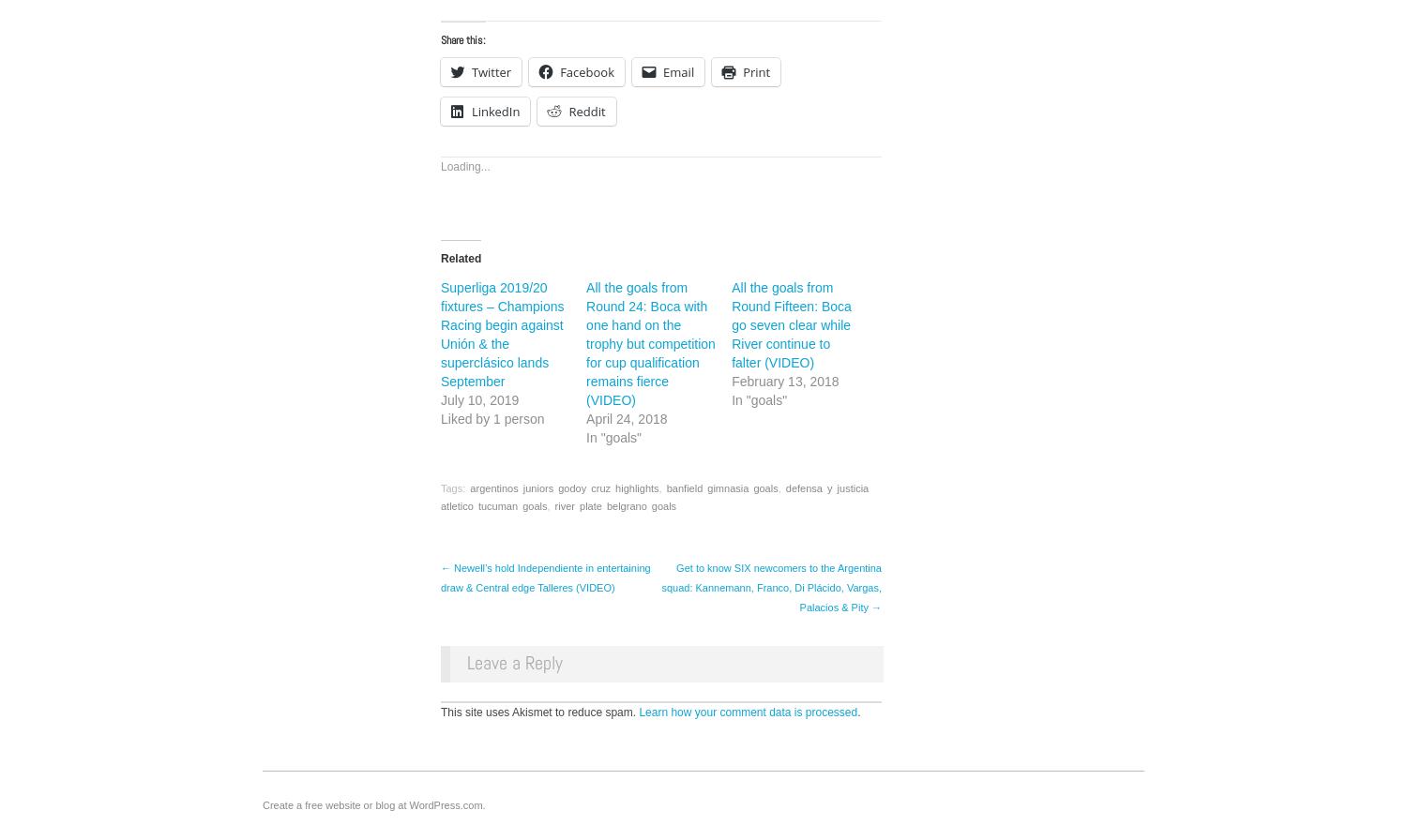 The image size is (1407, 840). Describe the element at coordinates (439, 712) in the screenshot. I see `'This site uses Akismet to reduce spam.'` at that location.